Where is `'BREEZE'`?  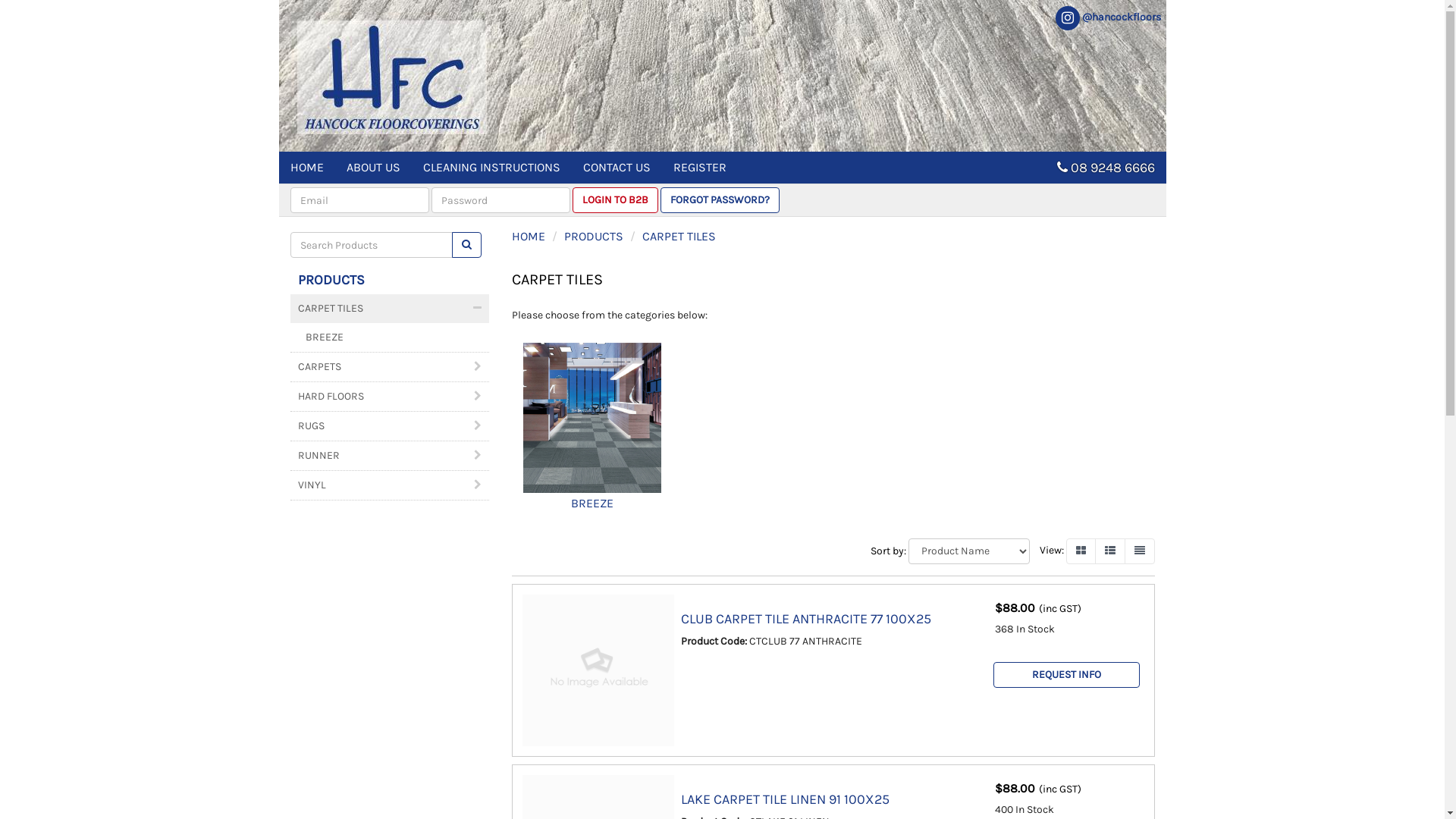
'BREEZE' is located at coordinates (591, 418).